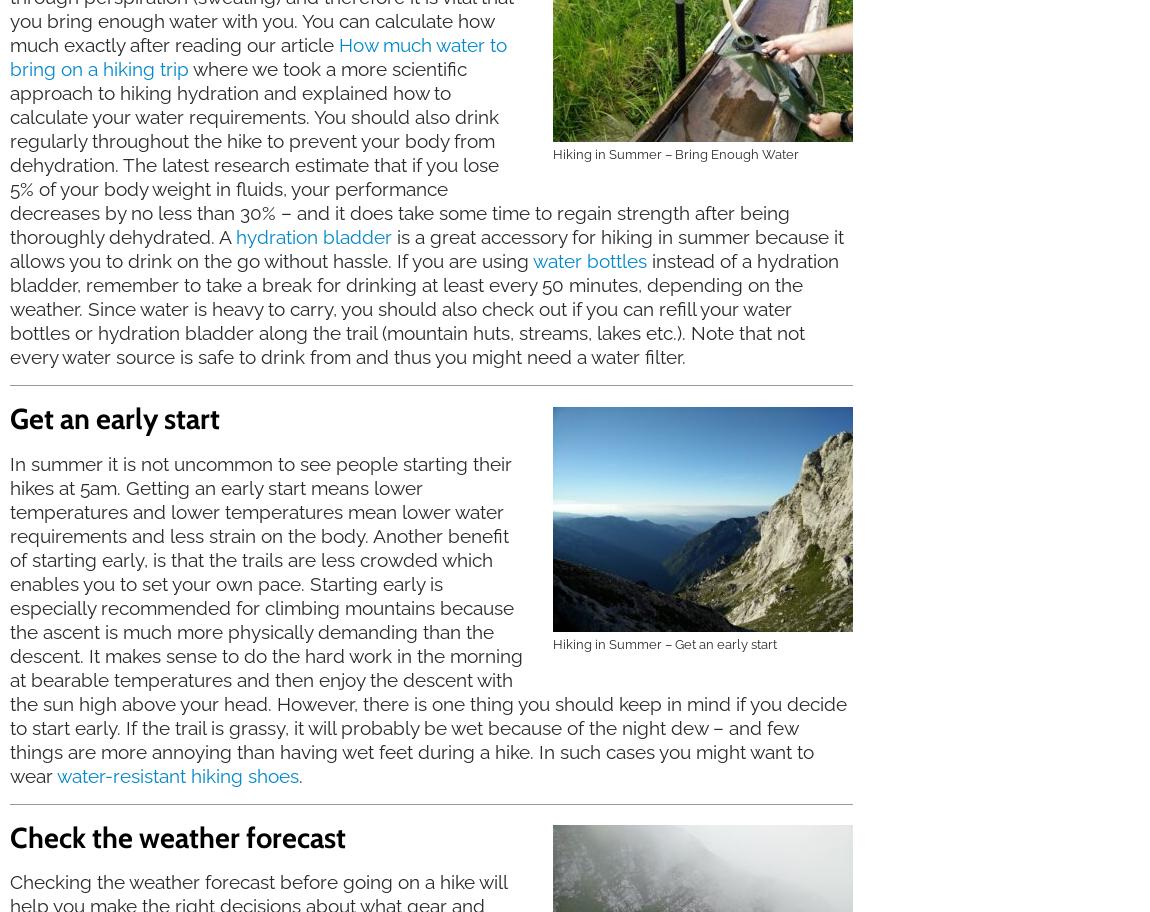 The height and width of the screenshot is (912, 1150). I want to click on 'Check the weather forecast', so click(9, 836).